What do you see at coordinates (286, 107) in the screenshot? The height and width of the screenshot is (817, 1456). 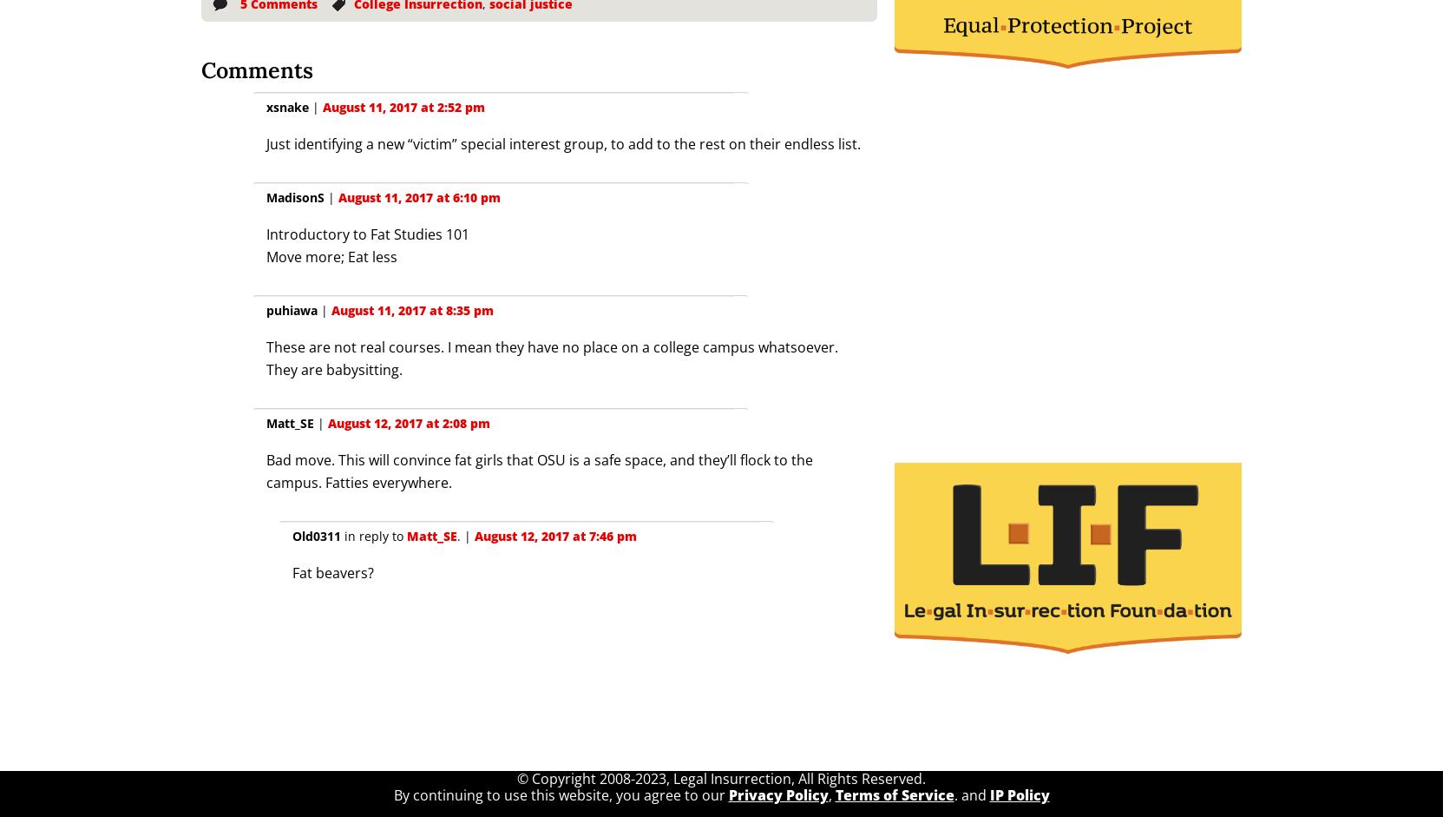 I see `'xsnake'` at bounding box center [286, 107].